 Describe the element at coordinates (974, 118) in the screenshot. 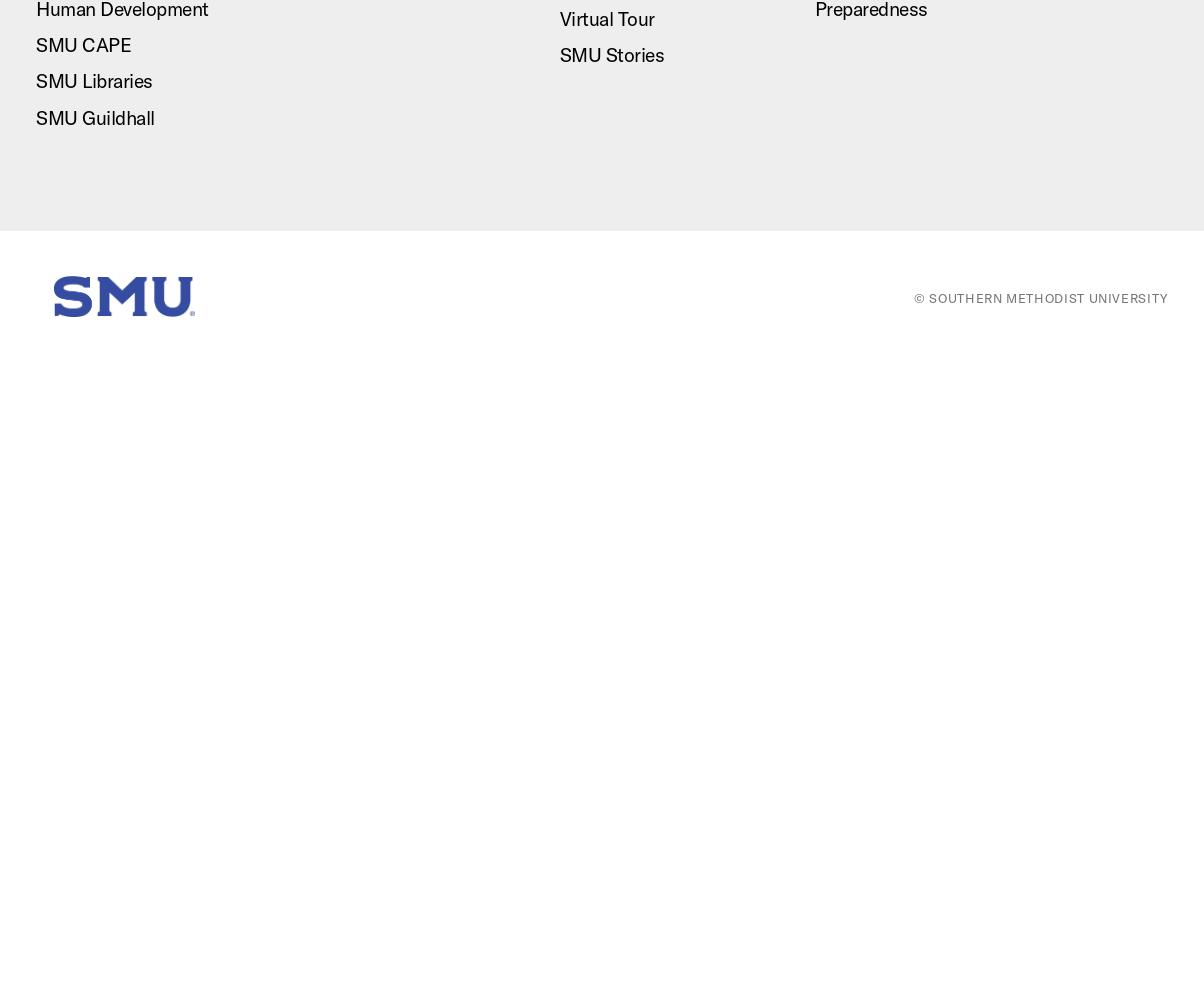

I see `'SMU and Dallas'` at that location.